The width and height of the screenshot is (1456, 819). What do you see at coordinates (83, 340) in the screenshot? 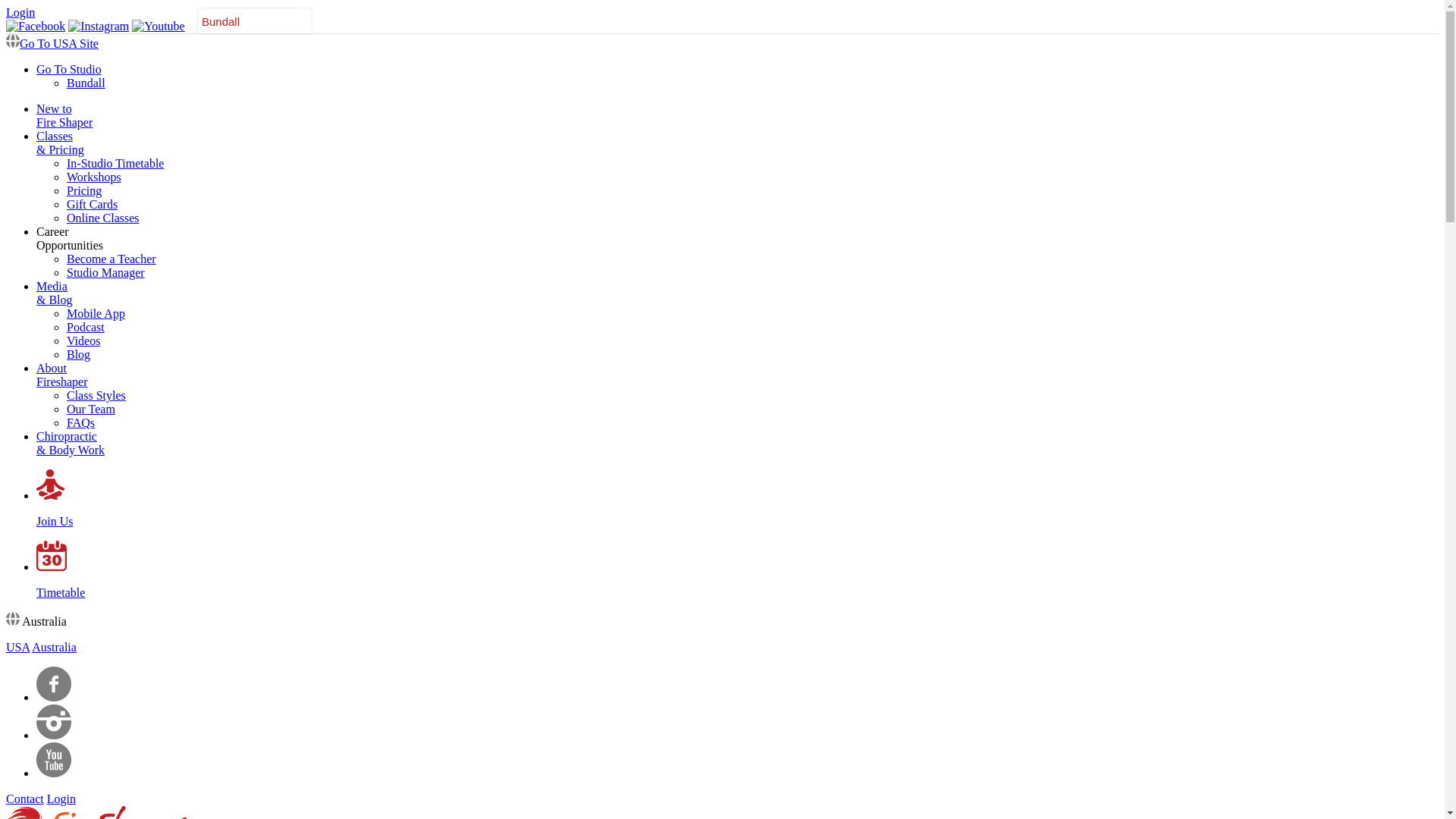
I see `'Videos'` at bounding box center [83, 340].